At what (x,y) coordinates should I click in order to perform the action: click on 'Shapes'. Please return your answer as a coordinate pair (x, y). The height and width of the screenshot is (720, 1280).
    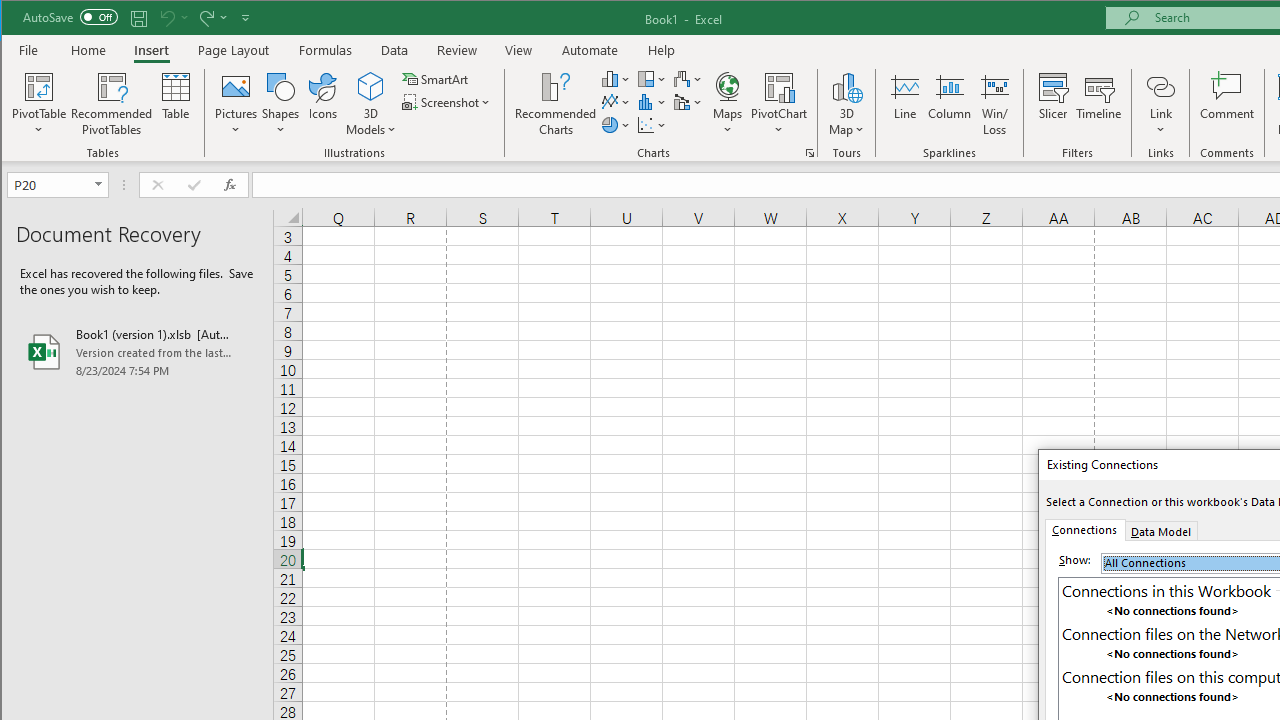
    Looking at the image, I should click on (279, 104).